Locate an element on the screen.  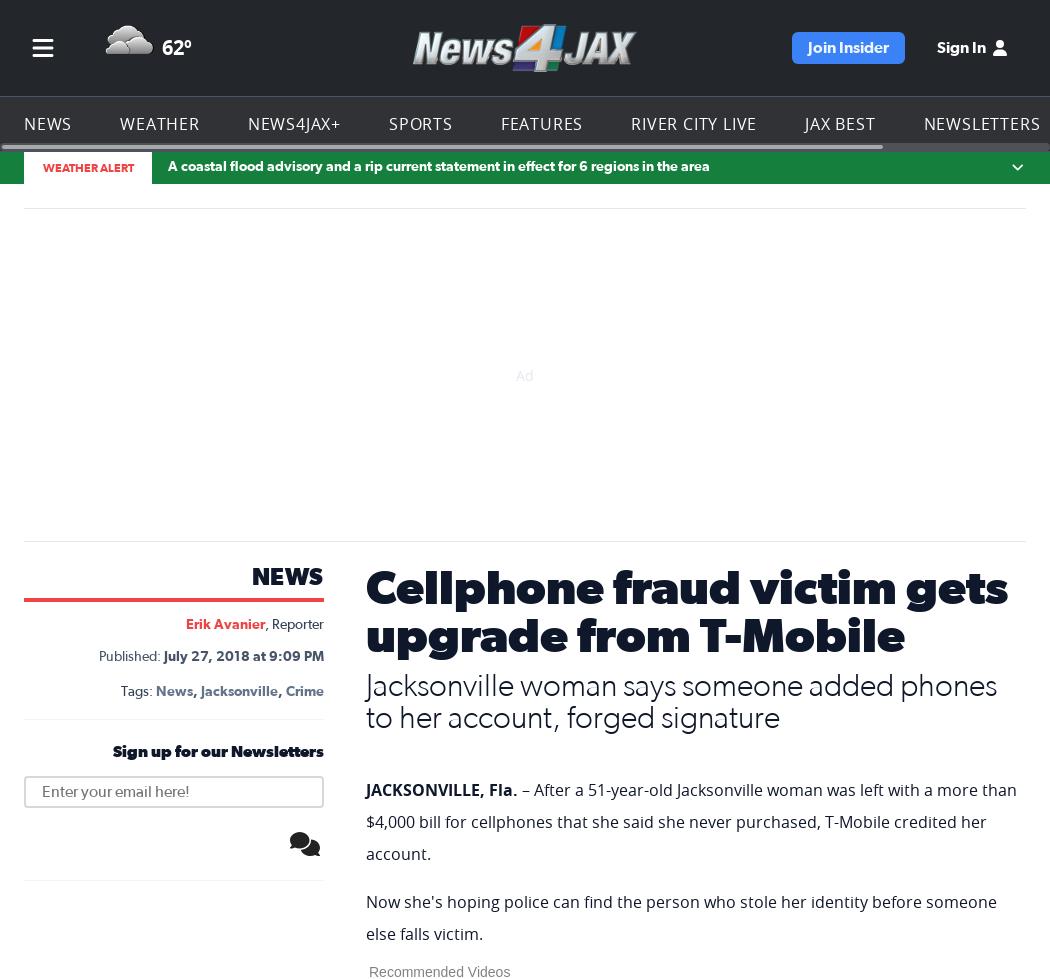
'According to a Jacksonville Sheriff's Office report, the cellphones were never picked up at the store nor were they delivered to Edwards' house.' is located at coordinates (690, 225).